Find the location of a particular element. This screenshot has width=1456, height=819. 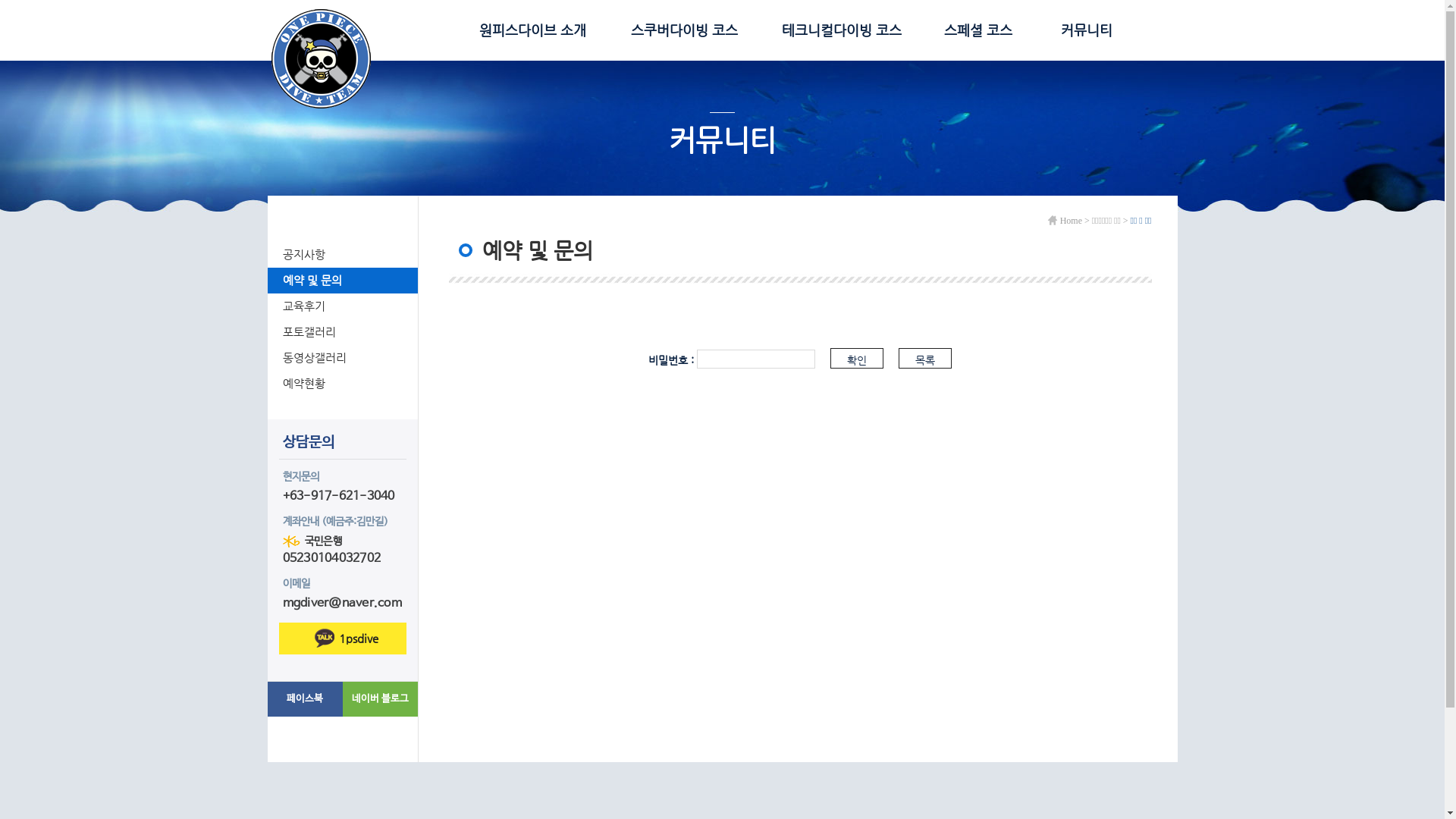

'Home' is located at coordinates (1063, 220).